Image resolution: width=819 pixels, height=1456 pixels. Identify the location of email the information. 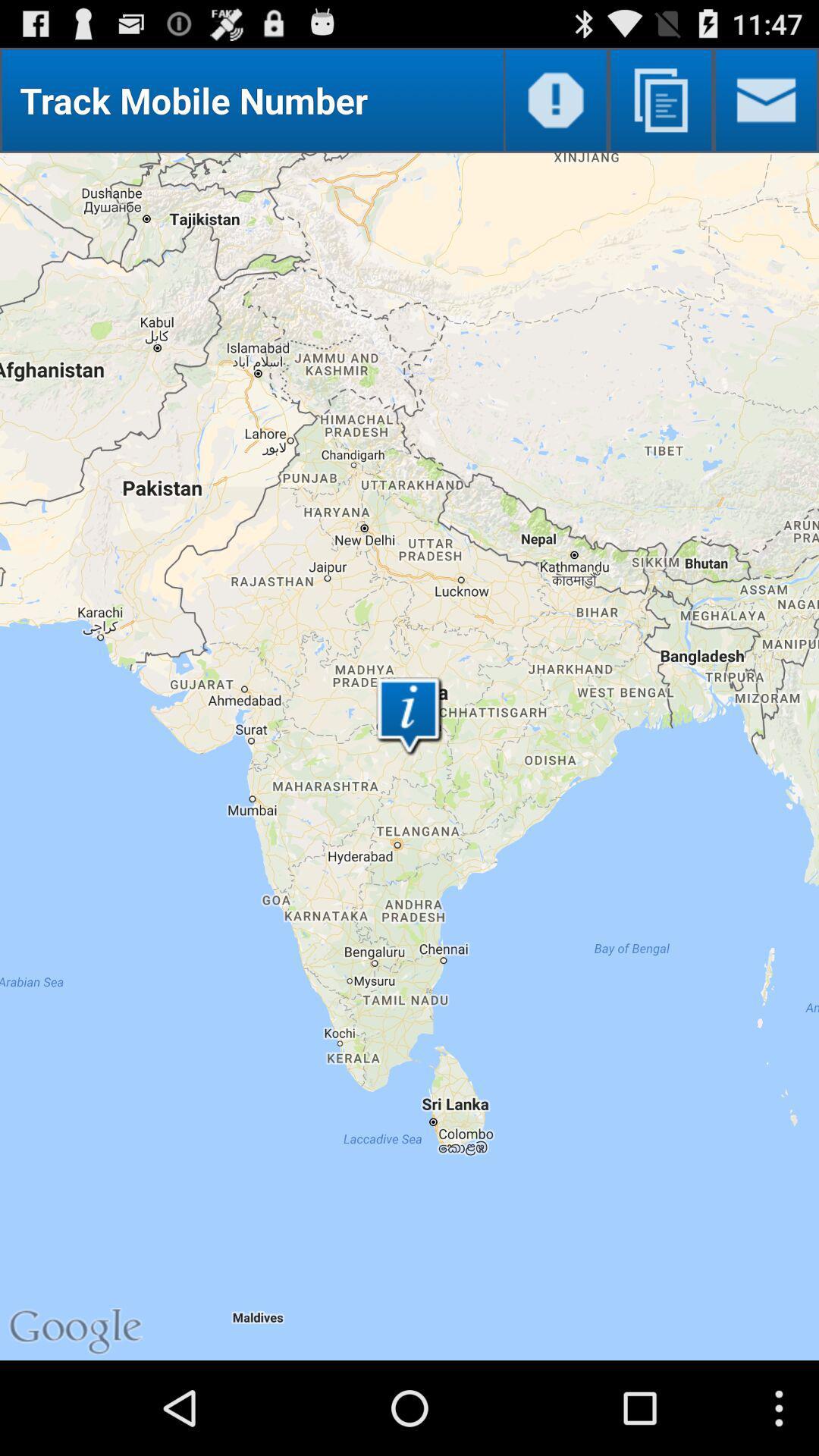
(766, 99).